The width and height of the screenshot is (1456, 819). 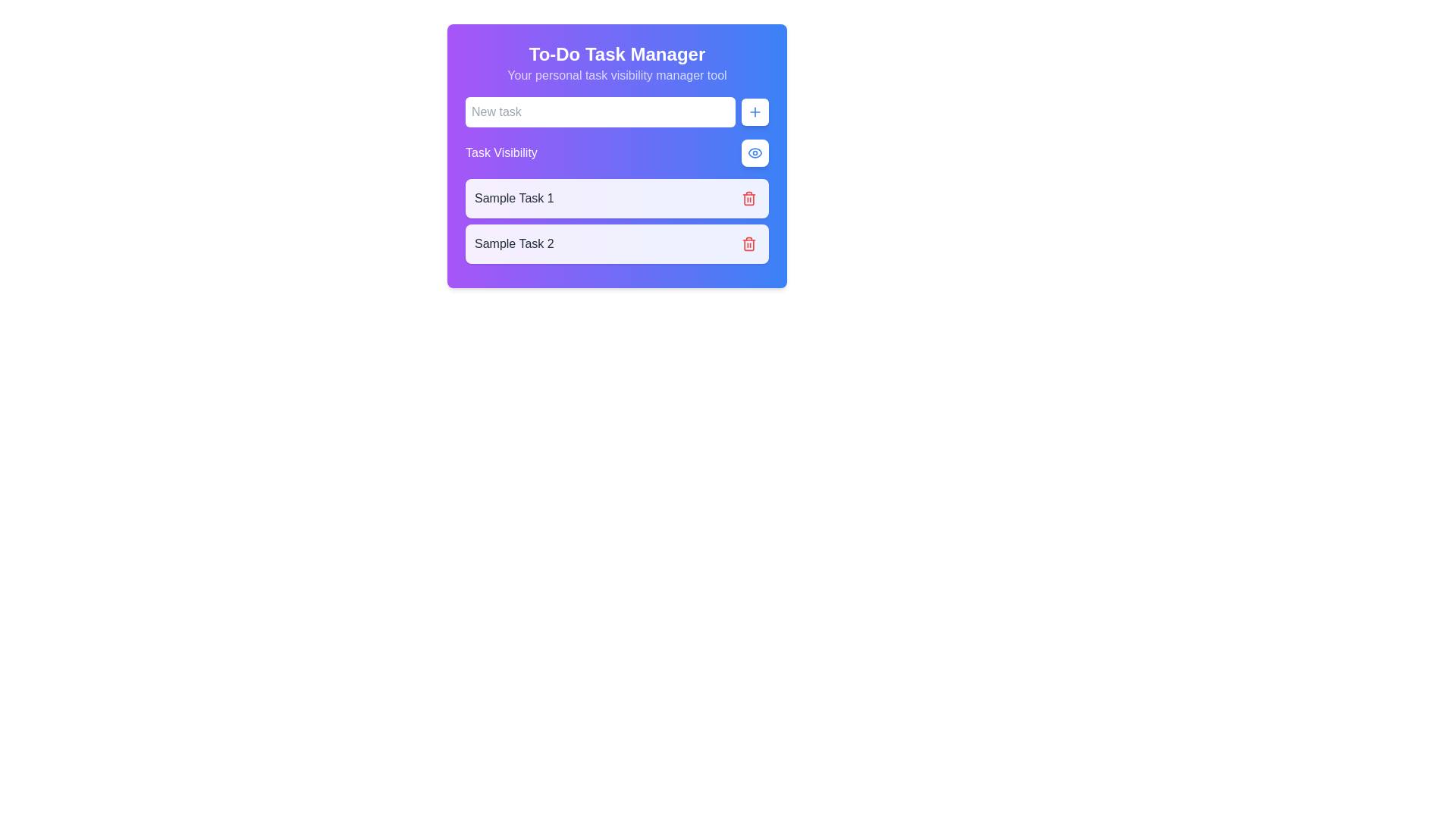 What do you see at coordinates (749, 243) in the screenshot?
I see `the delete icon button located at the far right of the 'Sample Task 2' section` at bounding box center [749, 243].